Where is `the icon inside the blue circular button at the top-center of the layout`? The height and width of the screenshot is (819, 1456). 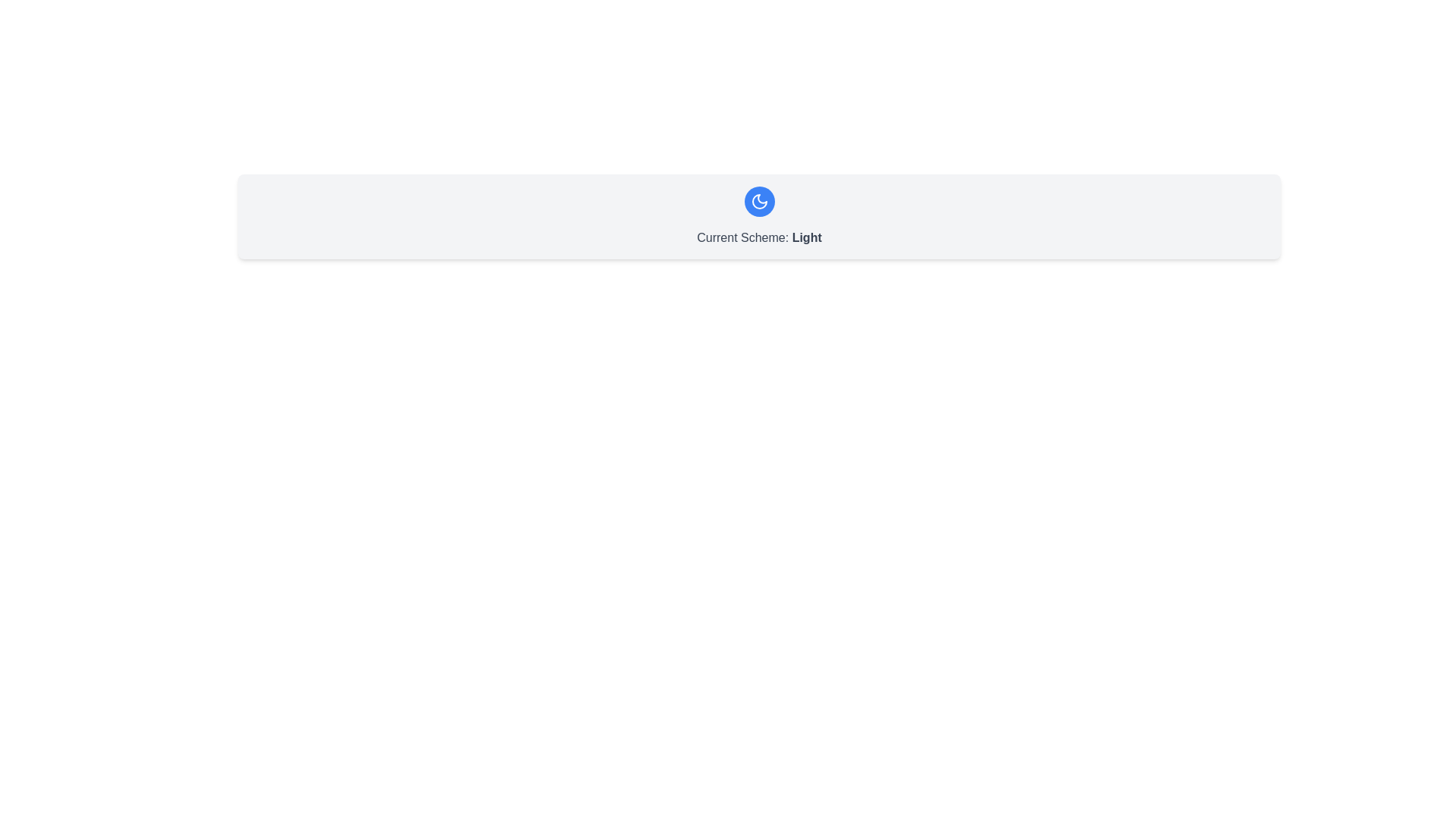
the icon inside the blue circular button at the top-center of the layout is located at coordinates (759, 201).